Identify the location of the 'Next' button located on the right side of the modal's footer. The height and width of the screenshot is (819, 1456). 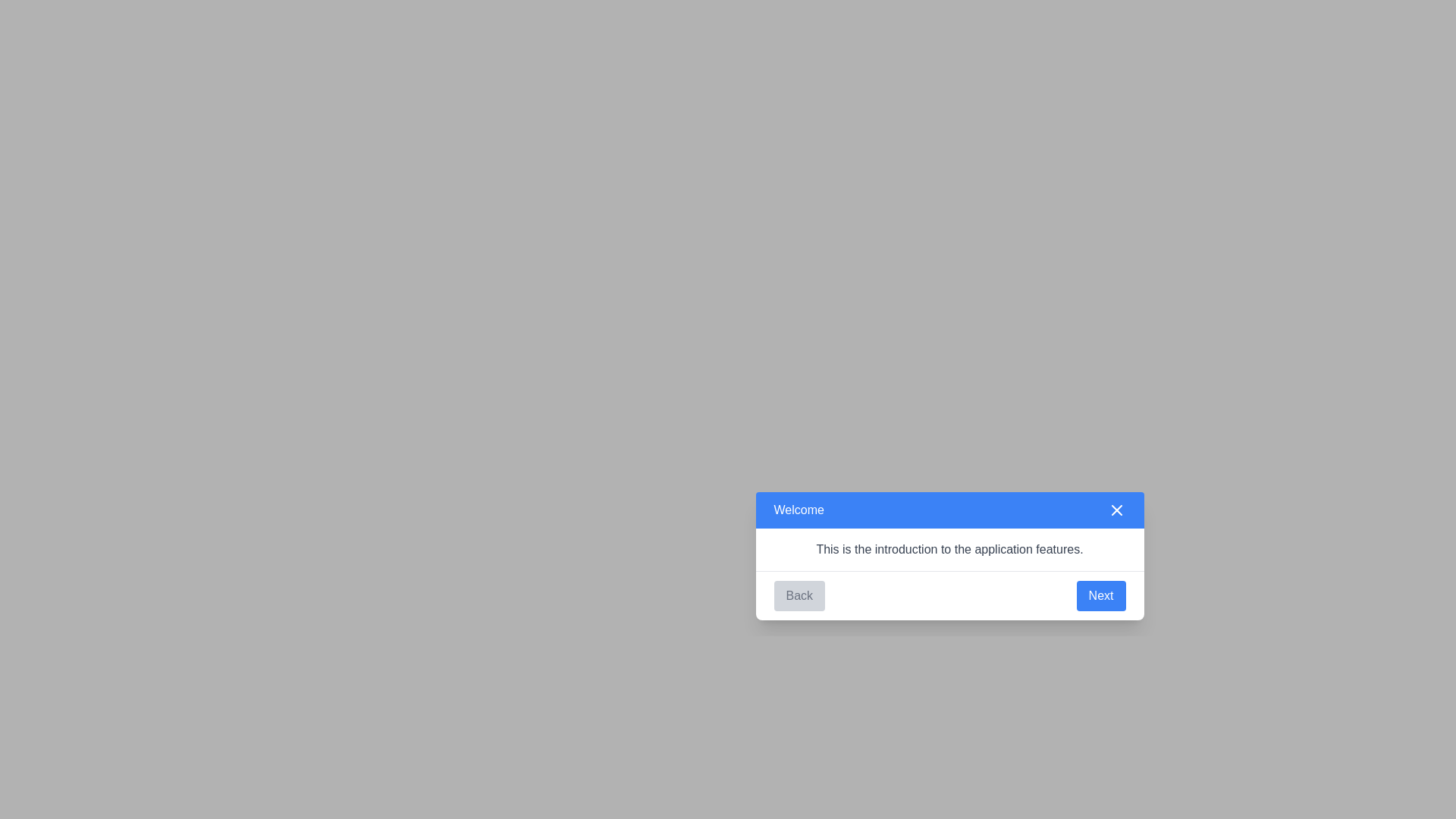
(1101, 595).